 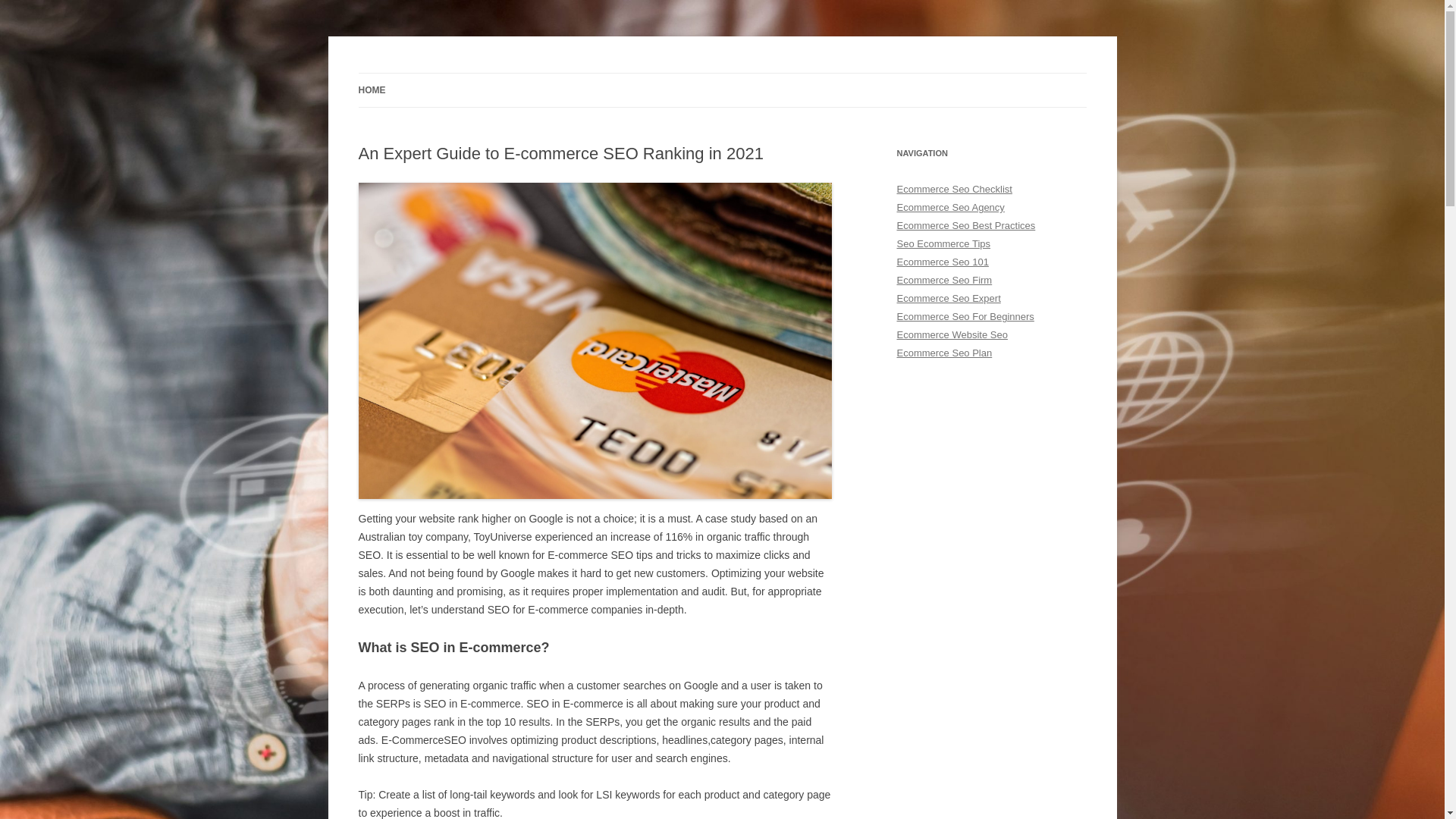 What do you see at coordinates (896, 353) in the screenshot?
I see `'Ecommerce Seo Plan'` at bounding box center [896, 353].